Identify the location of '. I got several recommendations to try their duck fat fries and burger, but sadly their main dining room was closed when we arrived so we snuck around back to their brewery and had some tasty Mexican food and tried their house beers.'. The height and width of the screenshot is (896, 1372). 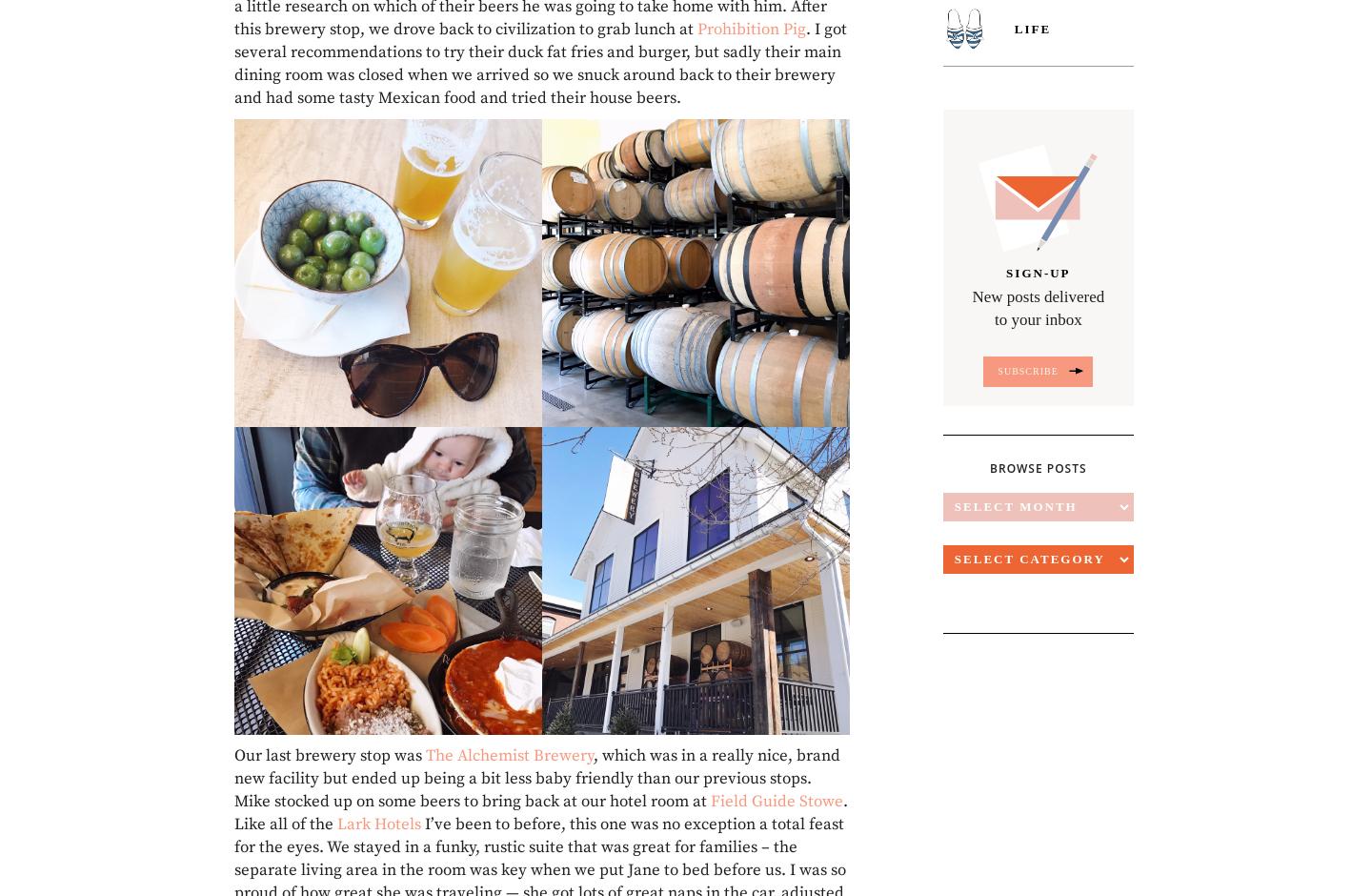
(540, 61).